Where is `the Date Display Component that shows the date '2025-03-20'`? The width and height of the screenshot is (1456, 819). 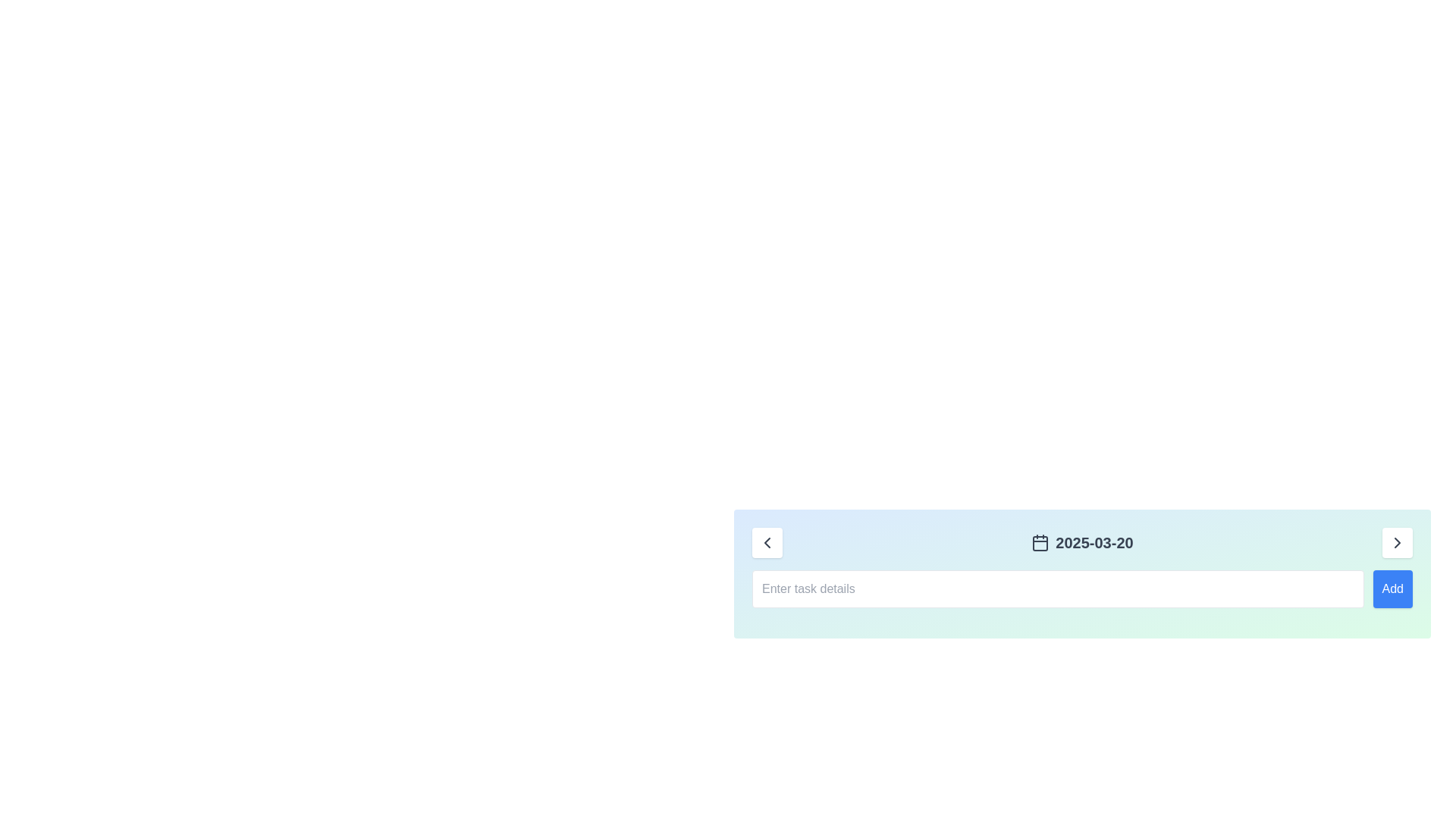
the Date Display Component that shows the date '2025-03-20' is located at coordinates (1081, 542).